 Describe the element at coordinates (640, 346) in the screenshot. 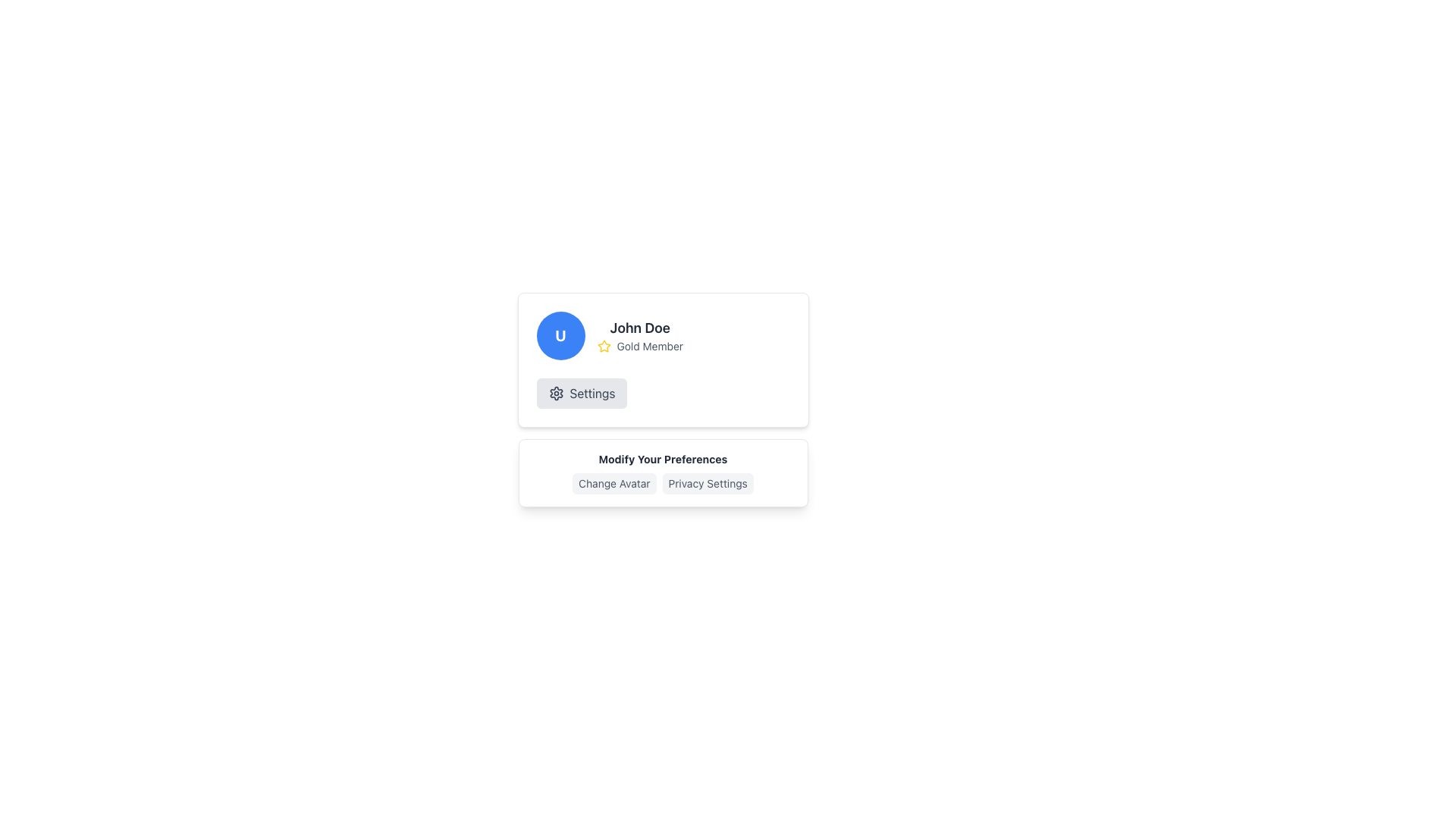

I see `the gold membership indicator, which is a combination of a yellow star icon and the text label 'Gold Member', located directly below the name 'John Doe'` at that location.